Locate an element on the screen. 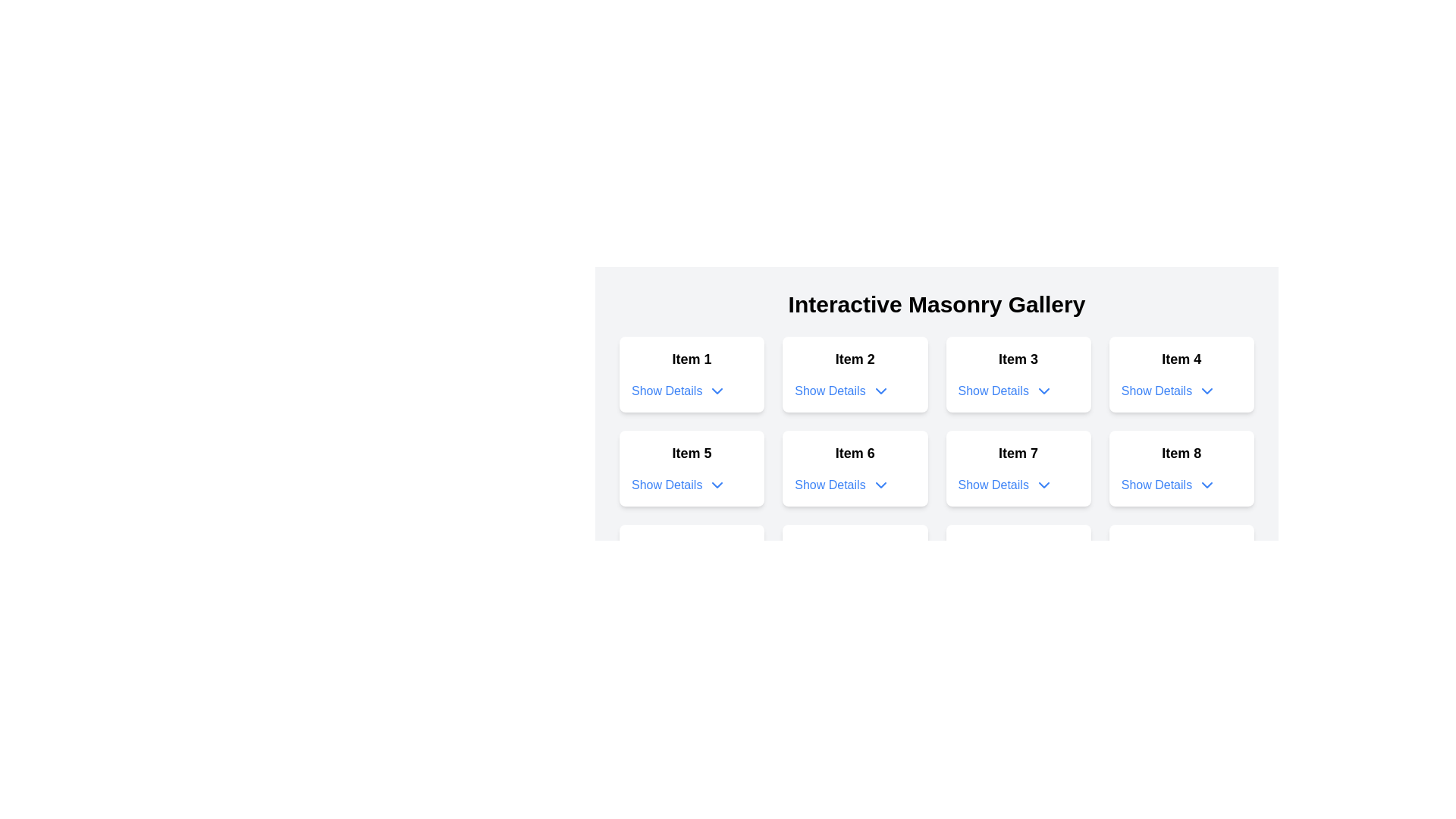 Image resolution: width=1456 pixels, height=819 pixels. the interactive link with an icon located below the main title 'Item 5' in the 'Item 5' card is located at coordinates (678, 485).